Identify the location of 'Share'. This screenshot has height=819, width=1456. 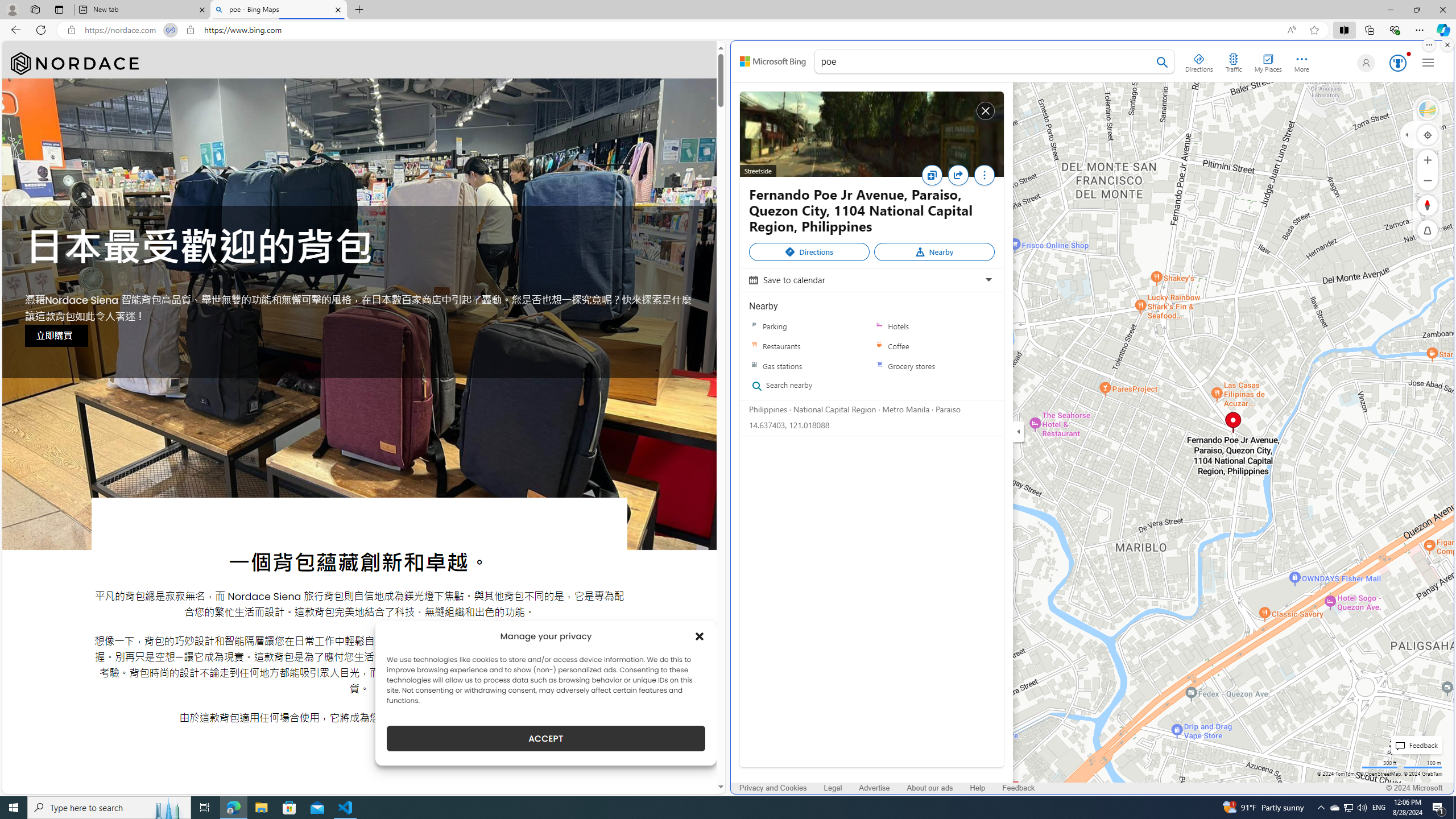
(957, 174).